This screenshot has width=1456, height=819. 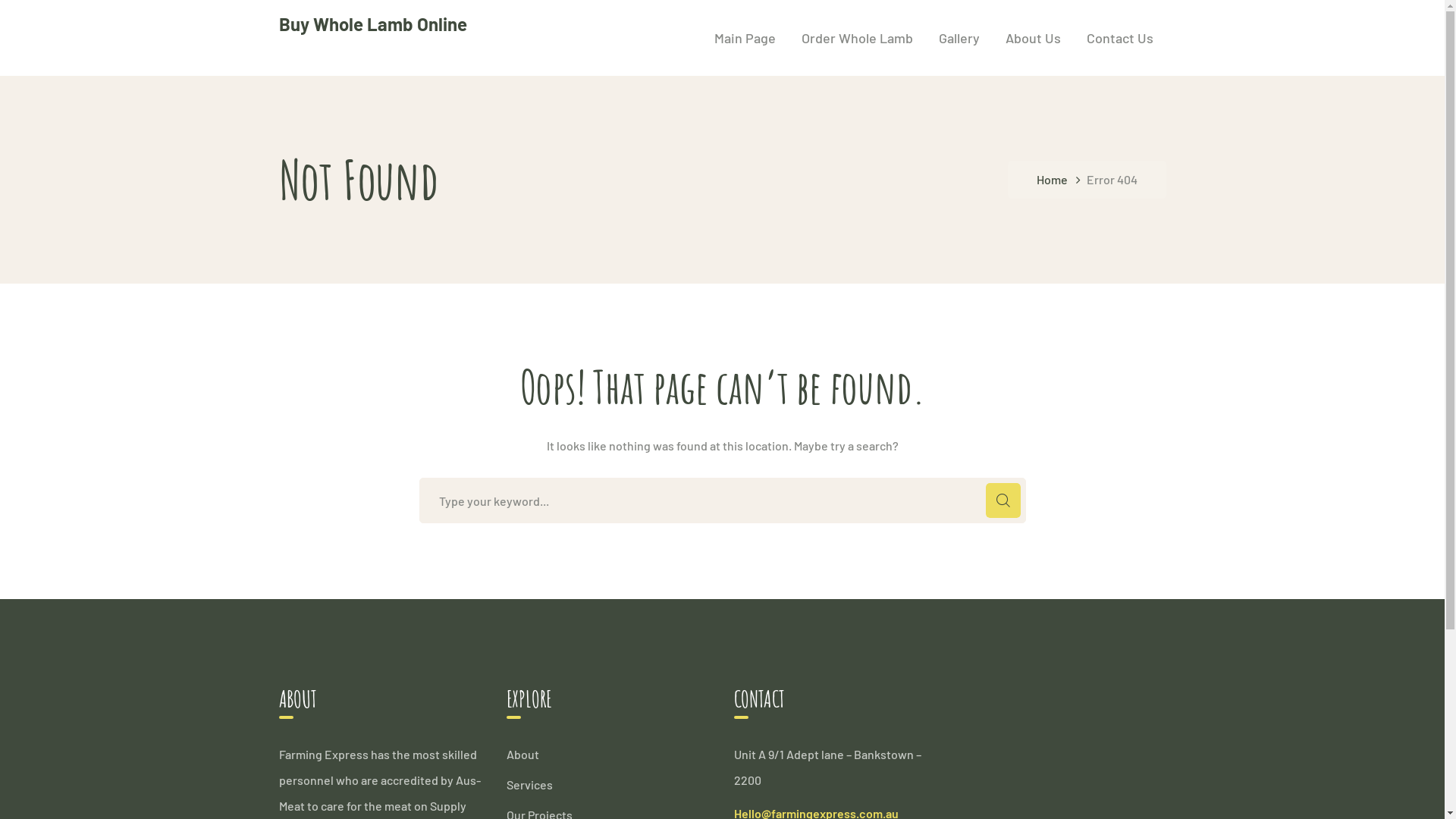 What do you see at coordinates (373, 24) in the screenshot?
I see `'Buy Whole Lamb Online'` at bounding box center [373, 24].